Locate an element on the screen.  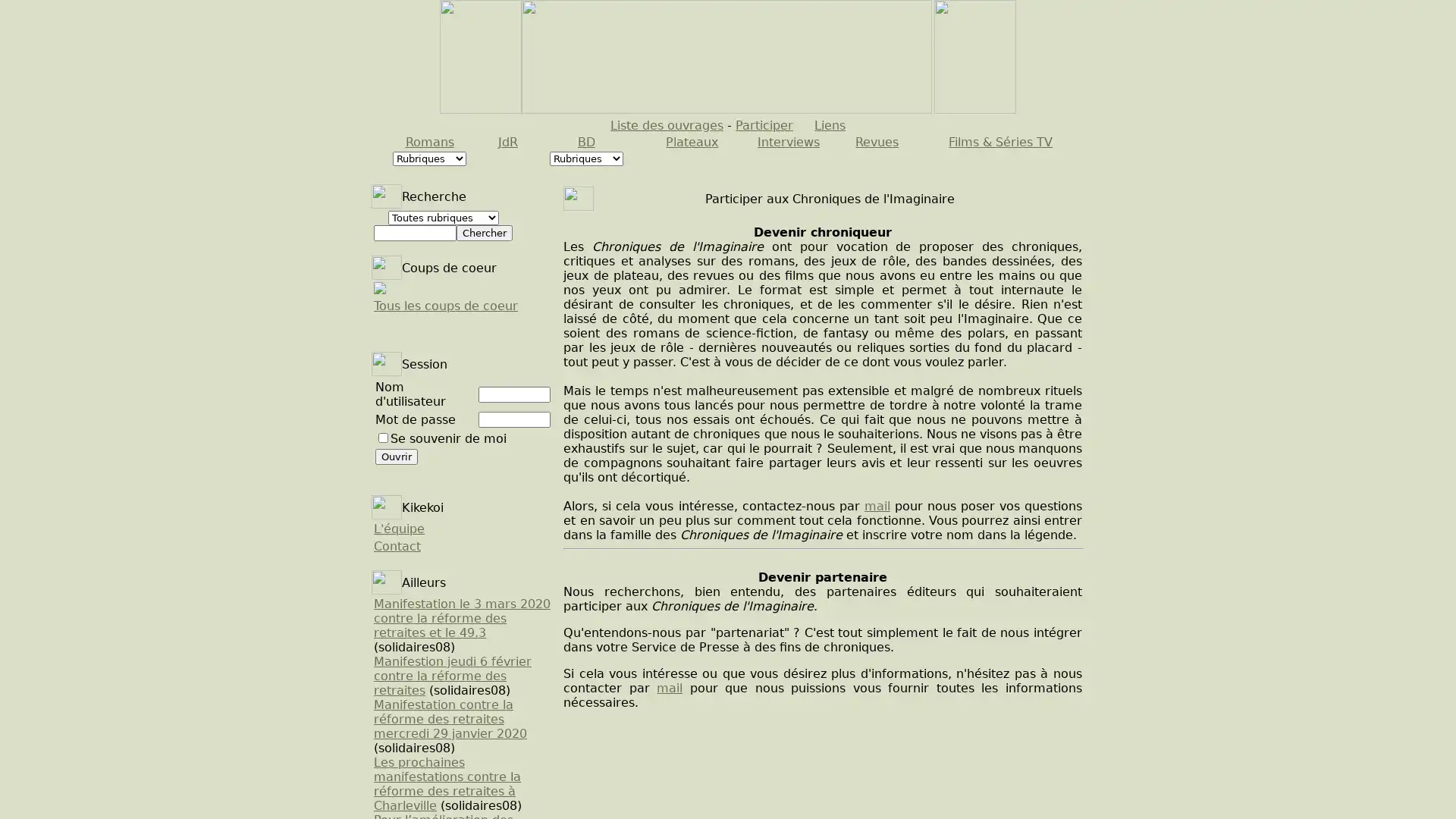
Chercher is located at coordinates (483, 233).